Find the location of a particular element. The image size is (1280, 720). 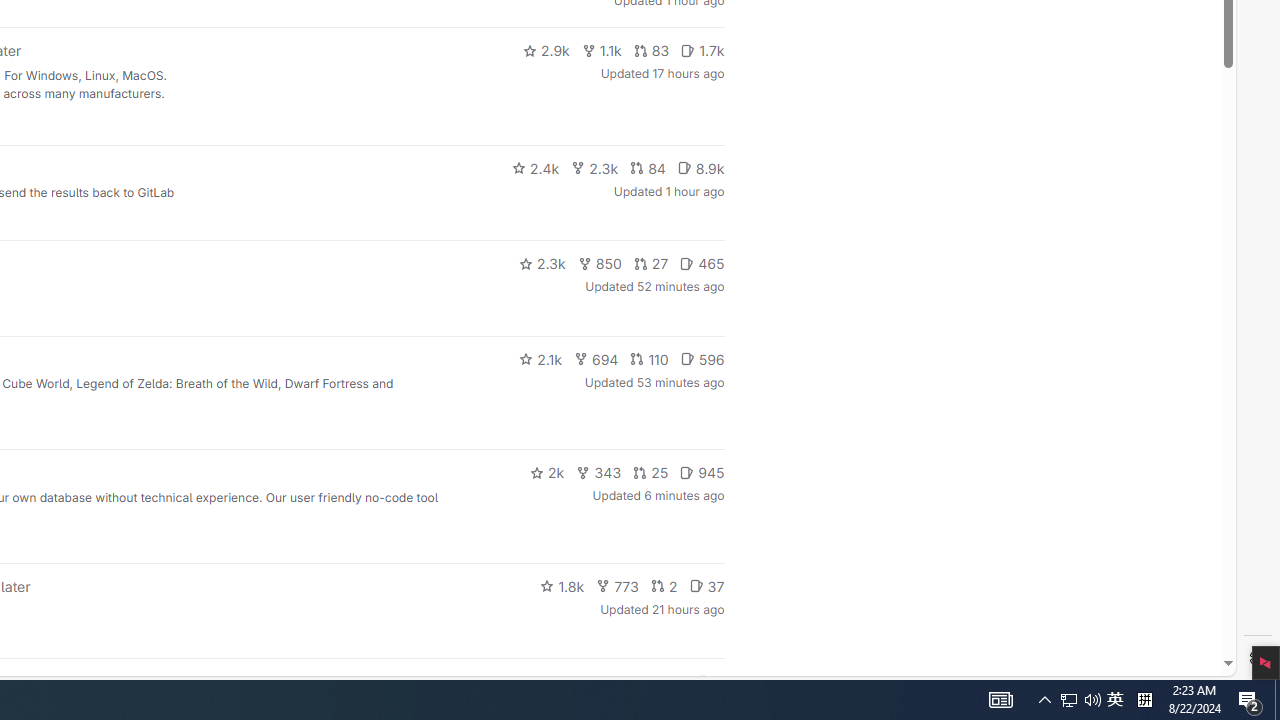

'37' is located at coordinates (706, 585).